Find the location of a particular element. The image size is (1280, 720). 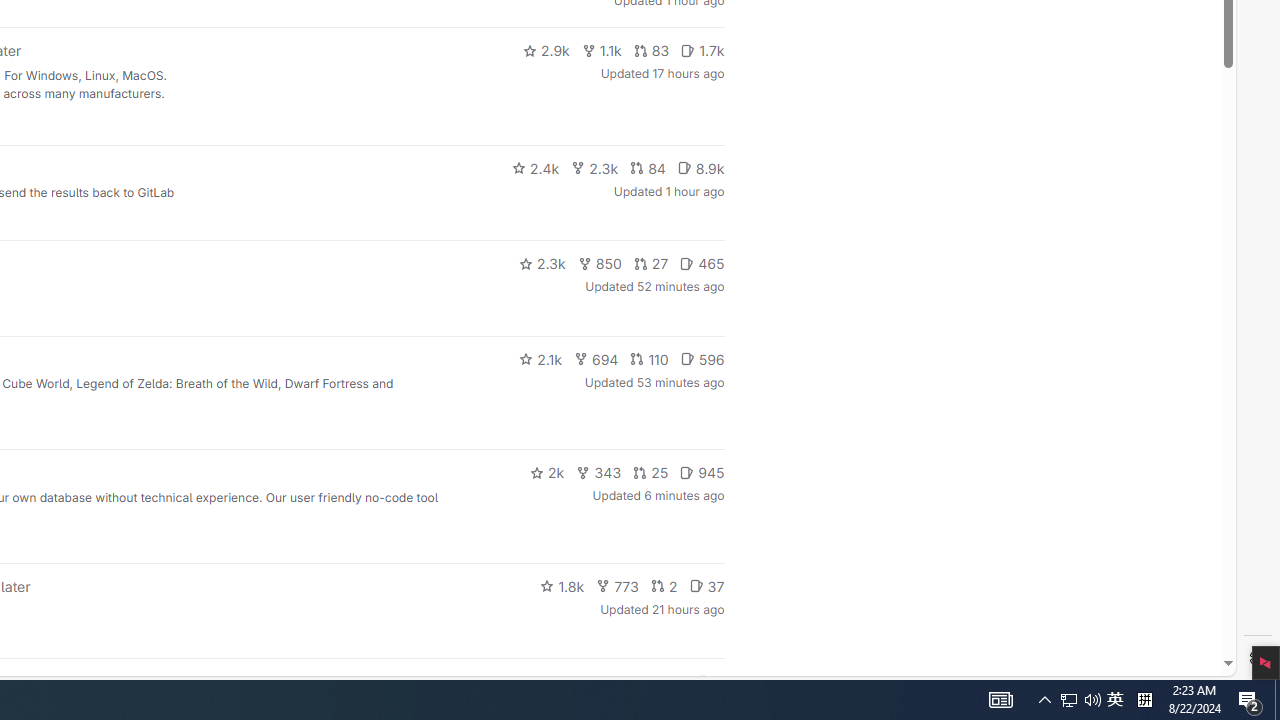

'37' is located at coordinates (706, 585).